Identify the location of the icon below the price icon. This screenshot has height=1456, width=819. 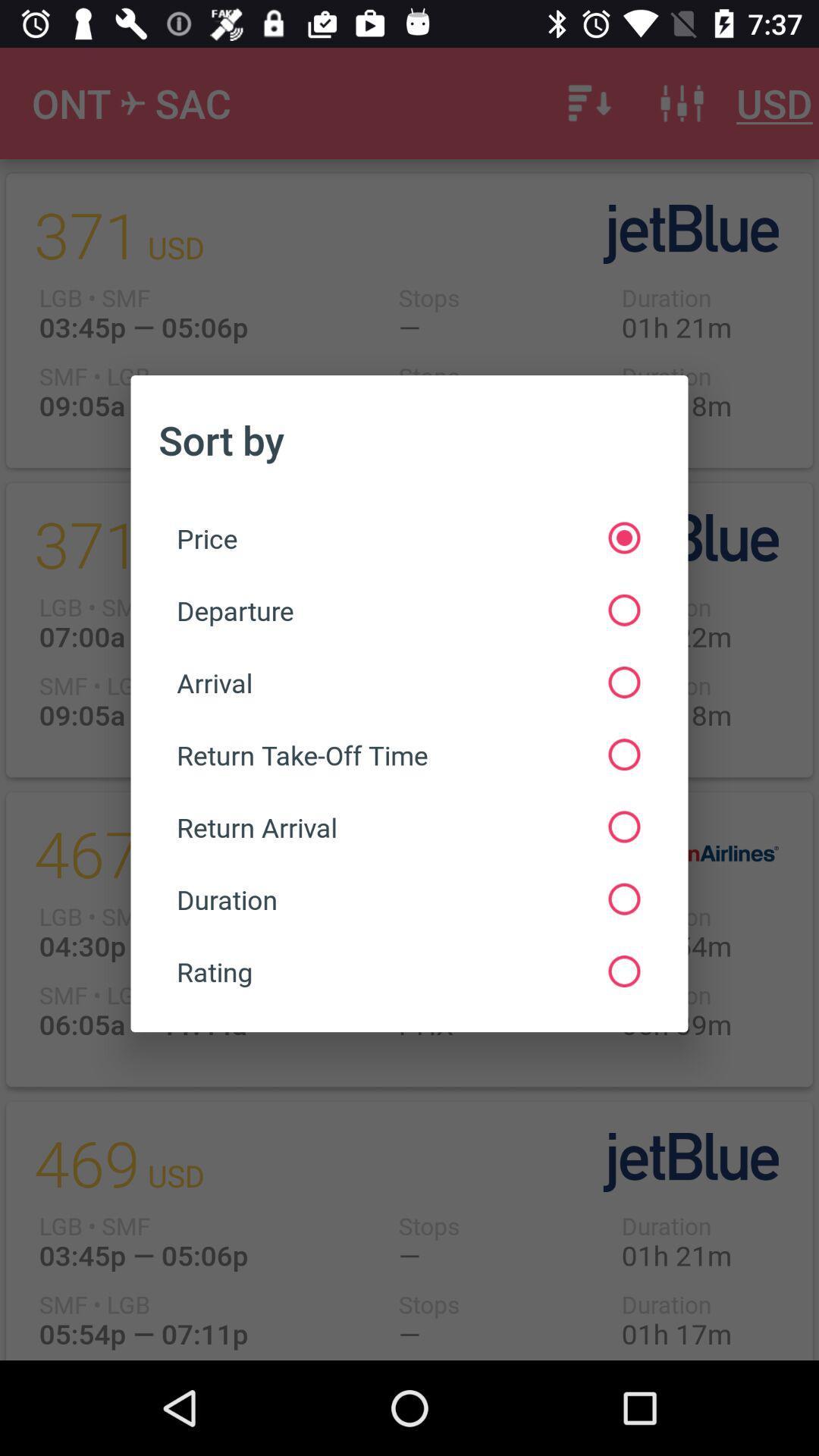
(407, 610).